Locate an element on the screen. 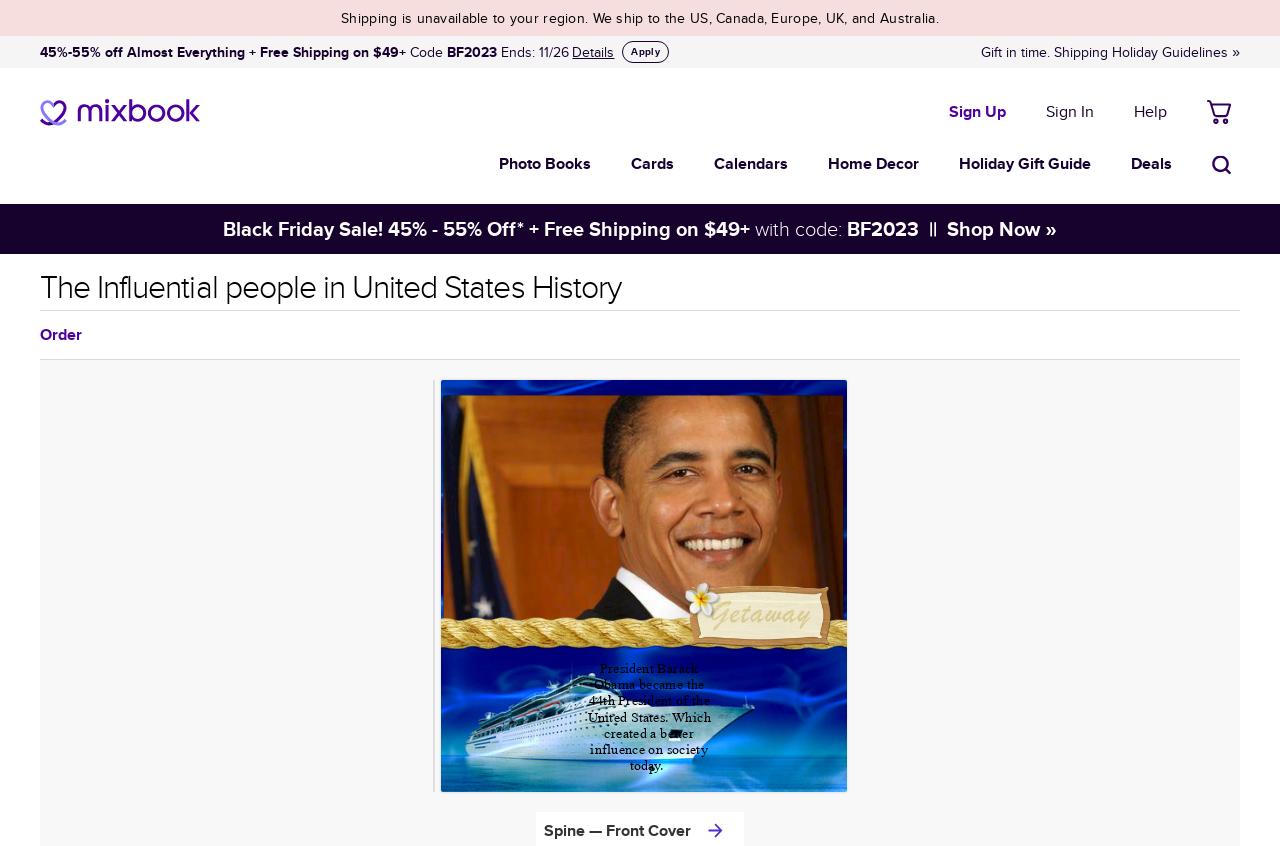 The height and width of the screenshot is (846, 1280). 'Shipping is unavailable to your region. We ship to the US, Canada, Europe, UK, and Australia.' is located at coordinates (638, 17).